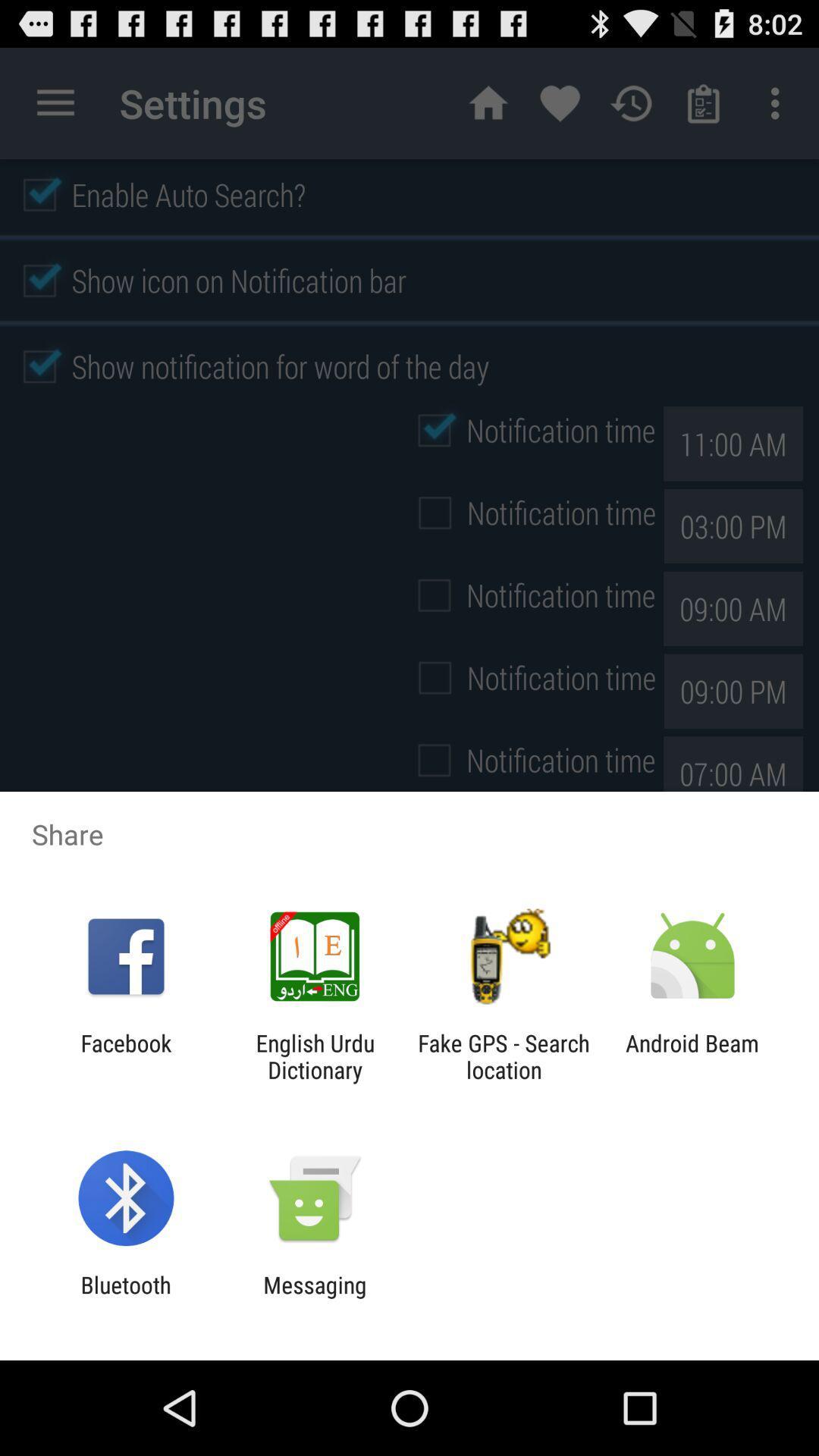 The image size is (819, 1456). What do you see at coordinates (314, 1056) in the screenshot?
I see `the app to the right of facebook icon` at bounding box center [314, 1056].